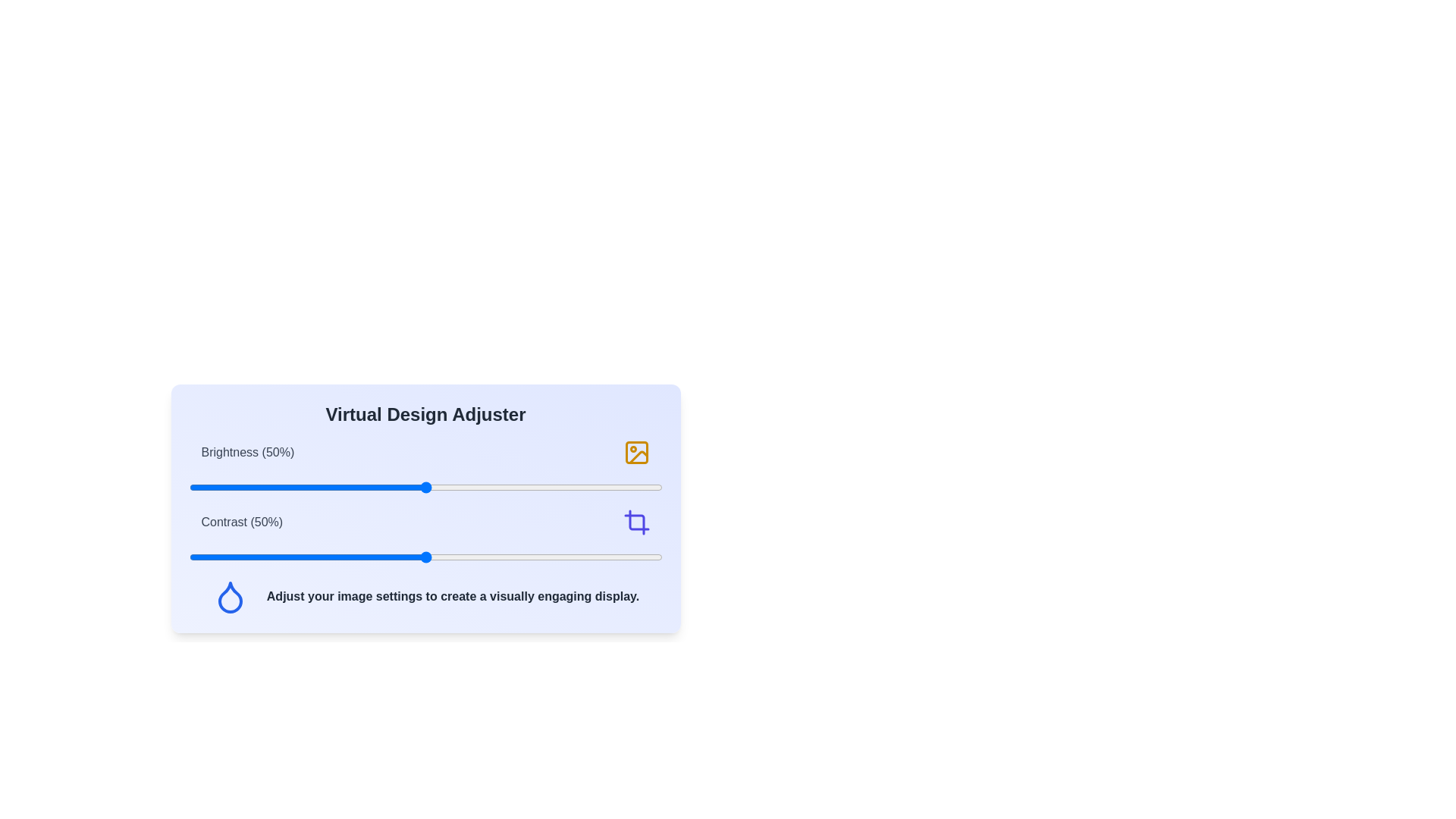 Image resolution: width=1456 pixels, height=819 pixels. I want to click on 'Droplet' icon to access additional interactions, so click(229, 595).